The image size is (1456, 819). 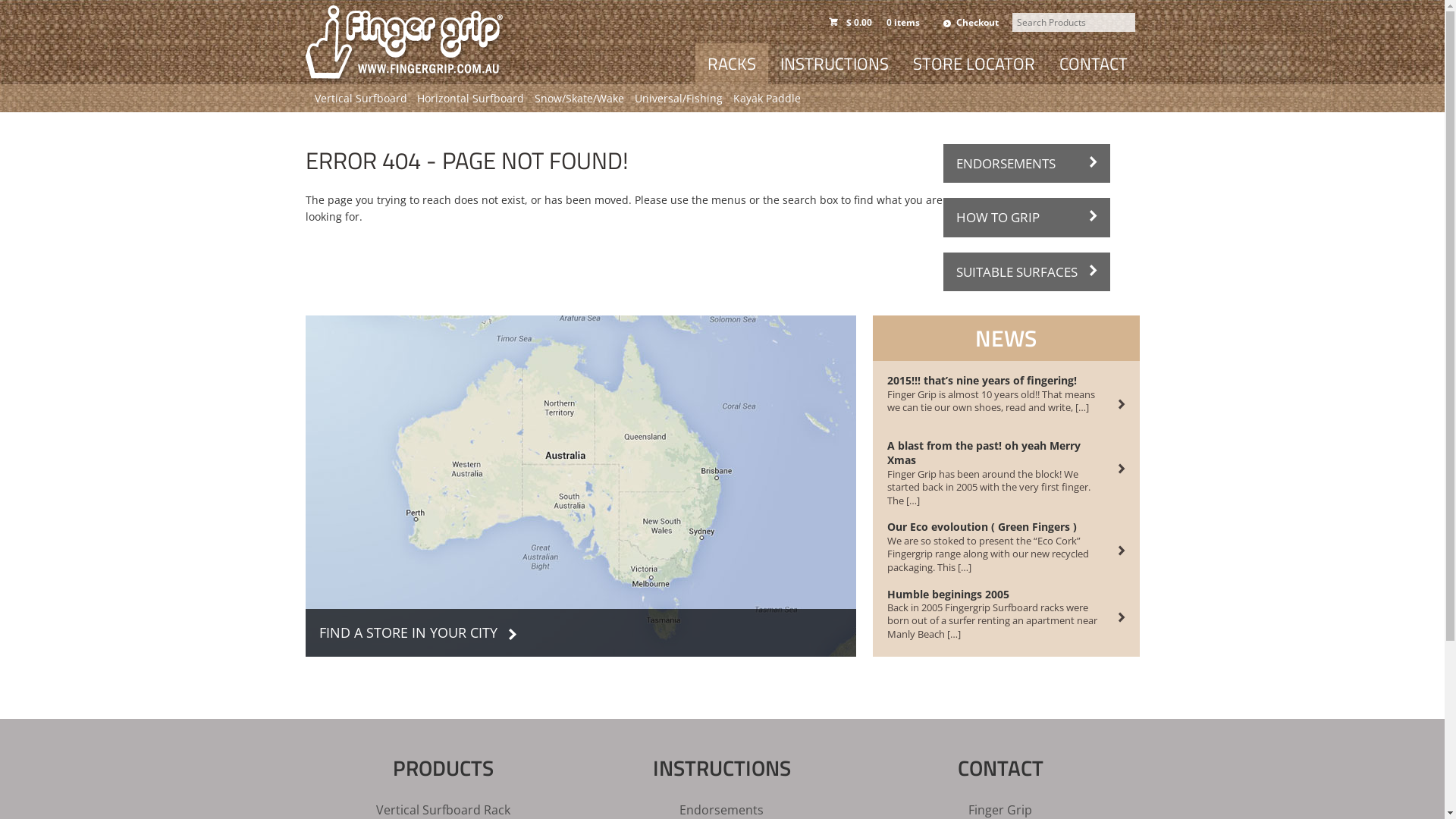 What do you see at coordinates (971, 23) in the screenshot?
I see `'Checkout'` at bounding box center [971, 23].